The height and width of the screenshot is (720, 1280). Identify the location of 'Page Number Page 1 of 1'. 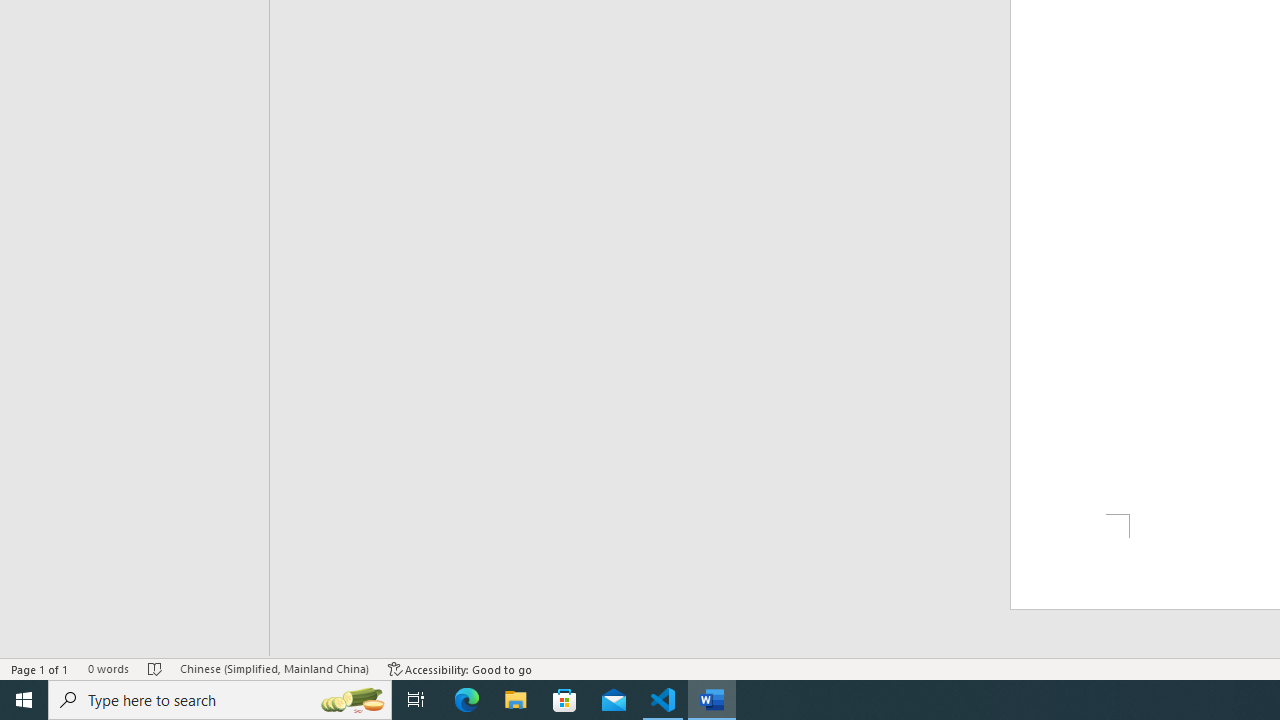
(40, 669).